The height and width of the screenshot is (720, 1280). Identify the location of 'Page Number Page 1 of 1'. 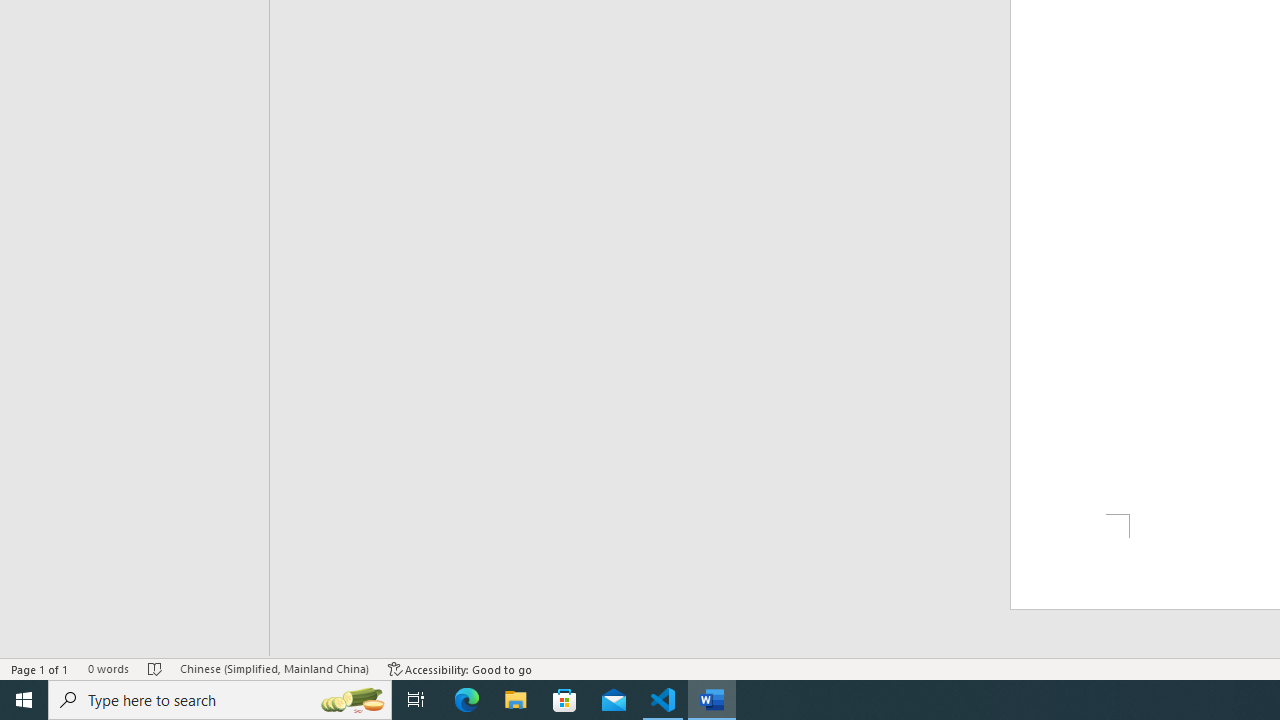
(40, 669).